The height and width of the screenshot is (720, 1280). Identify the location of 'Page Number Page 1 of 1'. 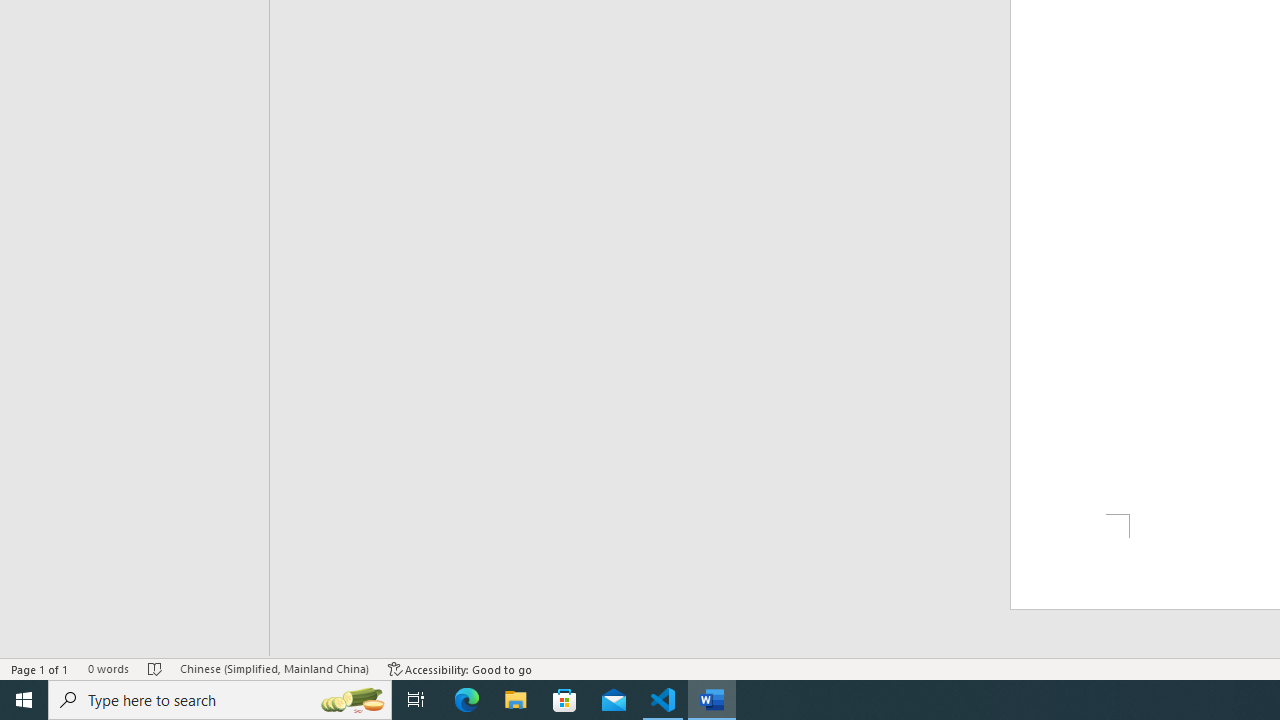
(40, 669).